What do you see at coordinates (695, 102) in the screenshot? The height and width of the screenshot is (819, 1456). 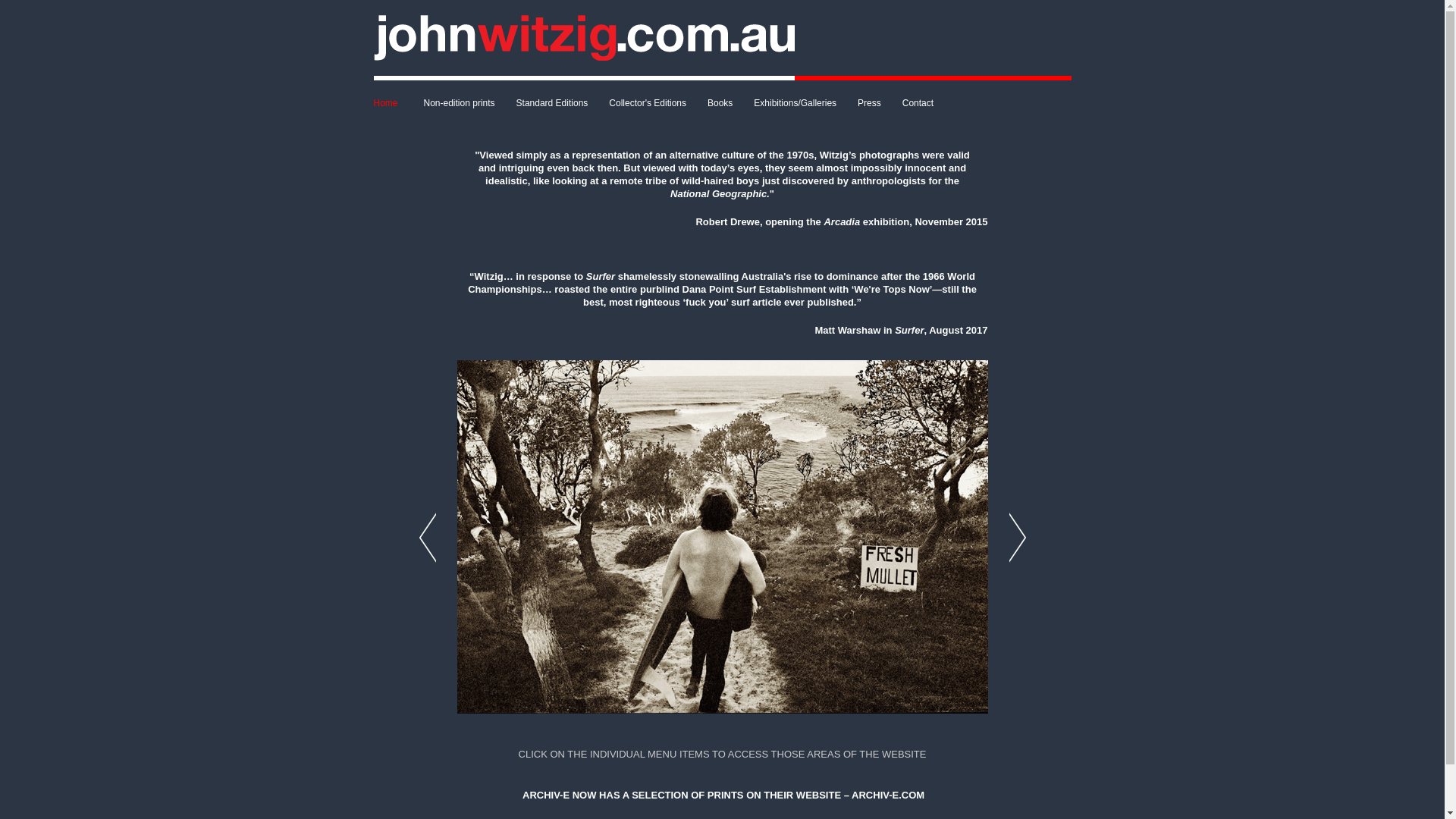 I see `'Books'` at bounding box center [695, 102].